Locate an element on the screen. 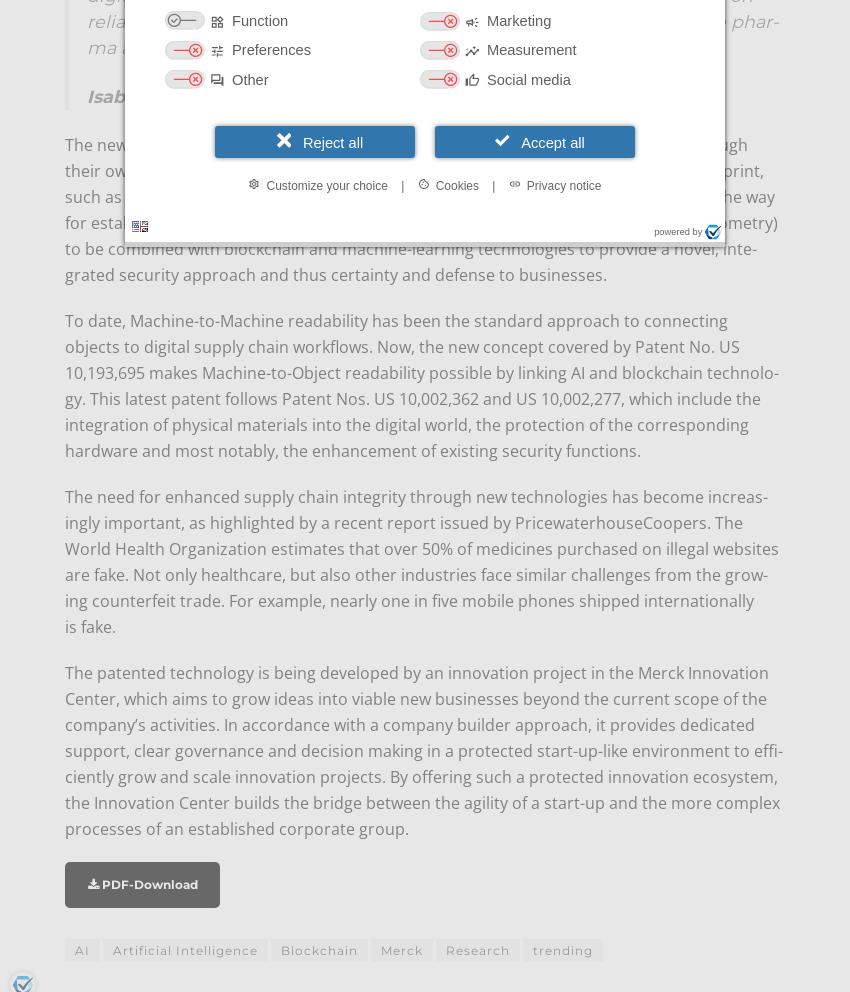 This screenshot has width=850, height=992. 'PDF-Download' is located at coordinates (147, 884).